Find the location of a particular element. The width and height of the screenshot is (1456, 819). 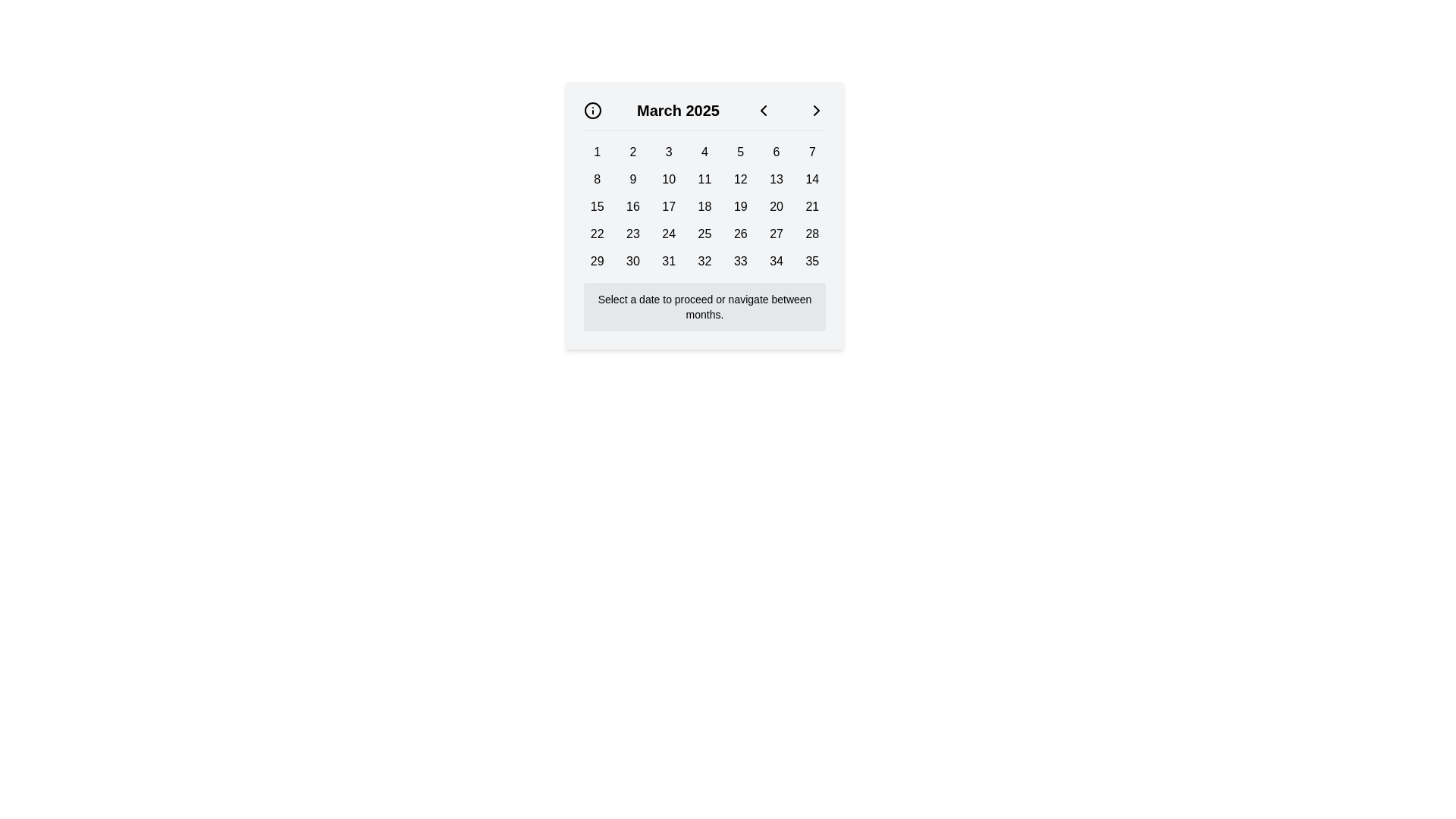

the button is located at coordinates (777, 178).